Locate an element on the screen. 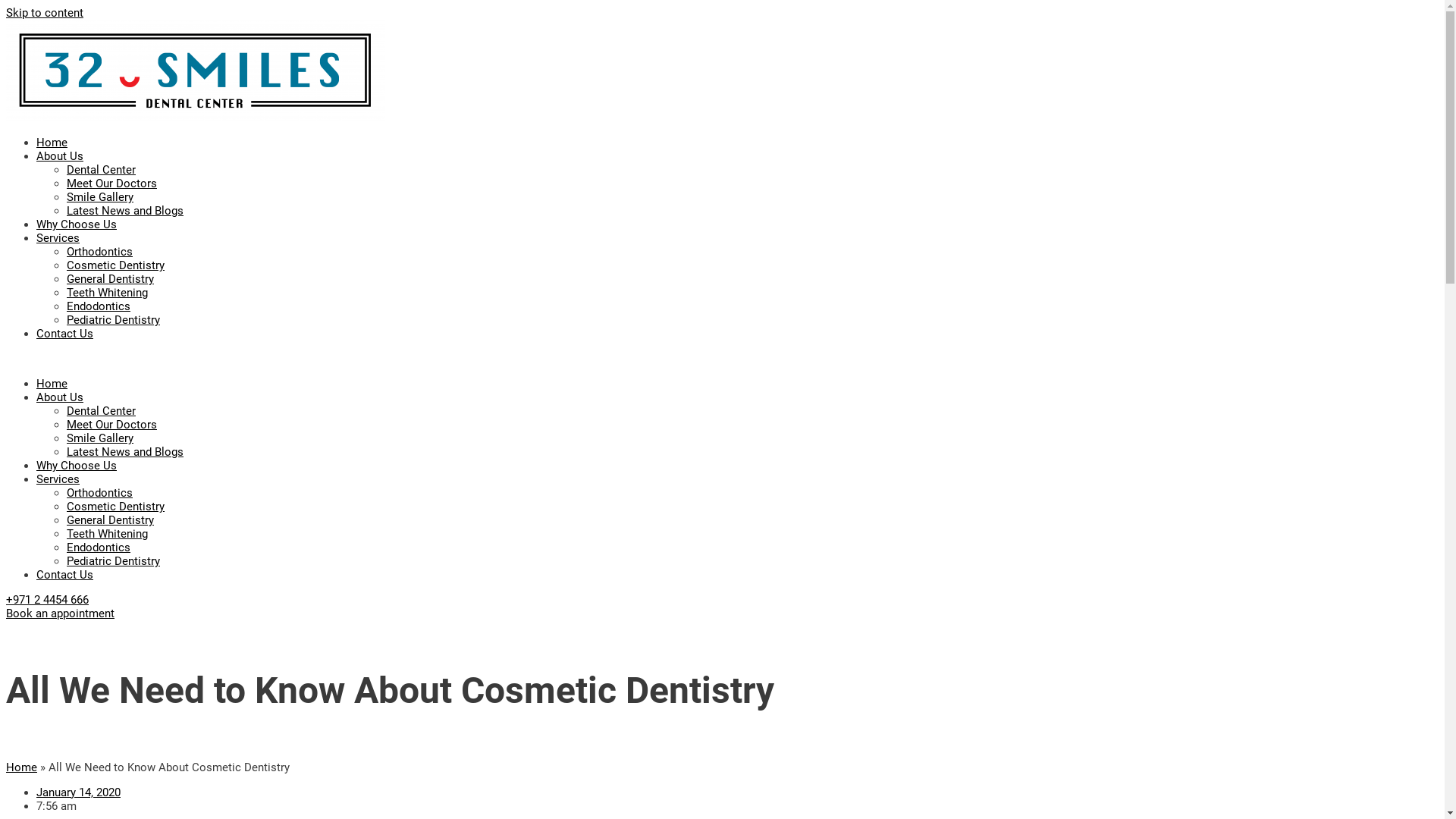  'Contact Us' is located at coordinates (64, 575).